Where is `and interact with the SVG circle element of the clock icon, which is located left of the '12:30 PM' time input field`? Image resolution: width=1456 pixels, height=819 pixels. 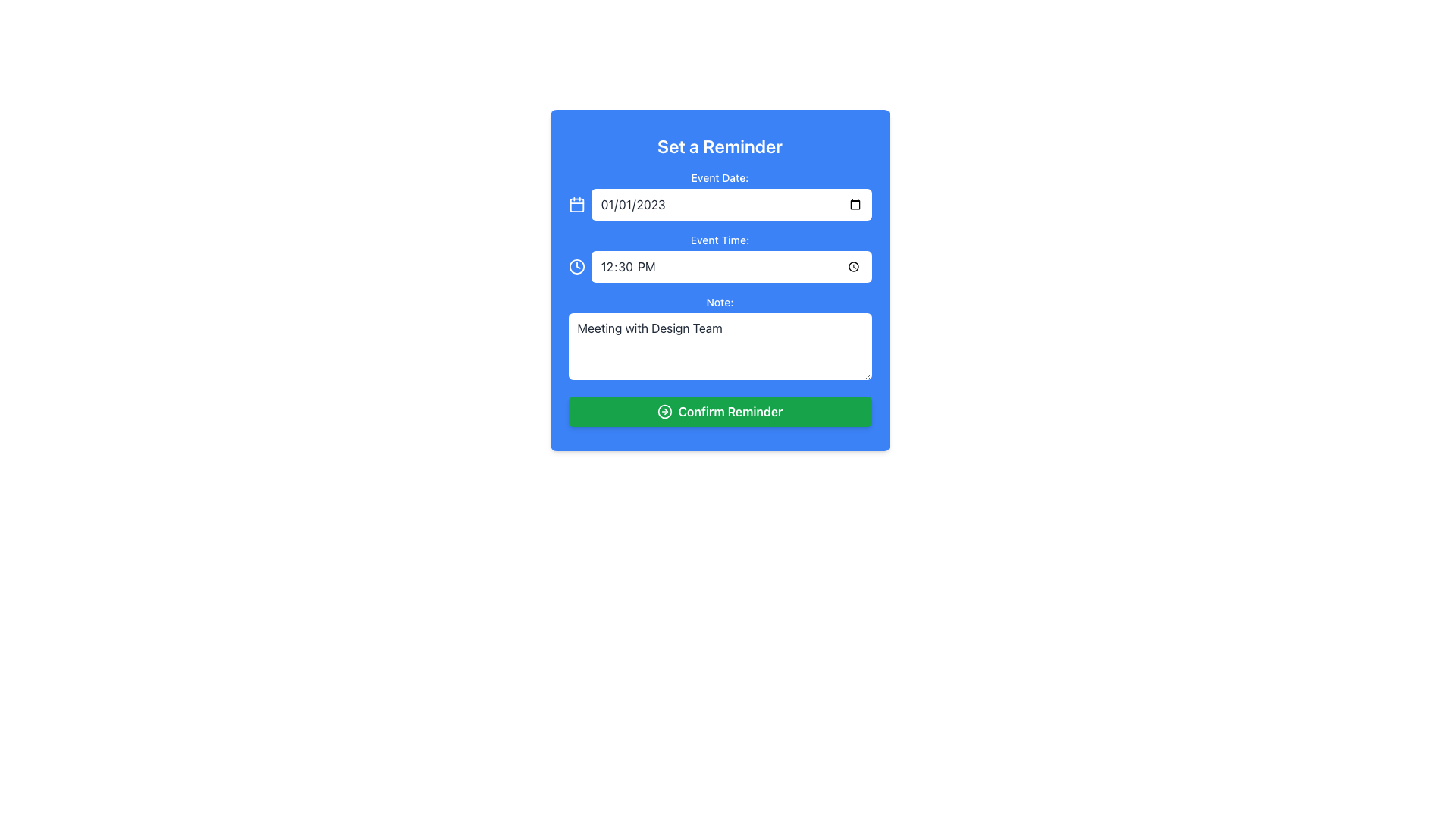
and interact with the SVG circle element of the clock icon, which is located left of the '12:30 PM' time input field is located at coordinates (576, 265).